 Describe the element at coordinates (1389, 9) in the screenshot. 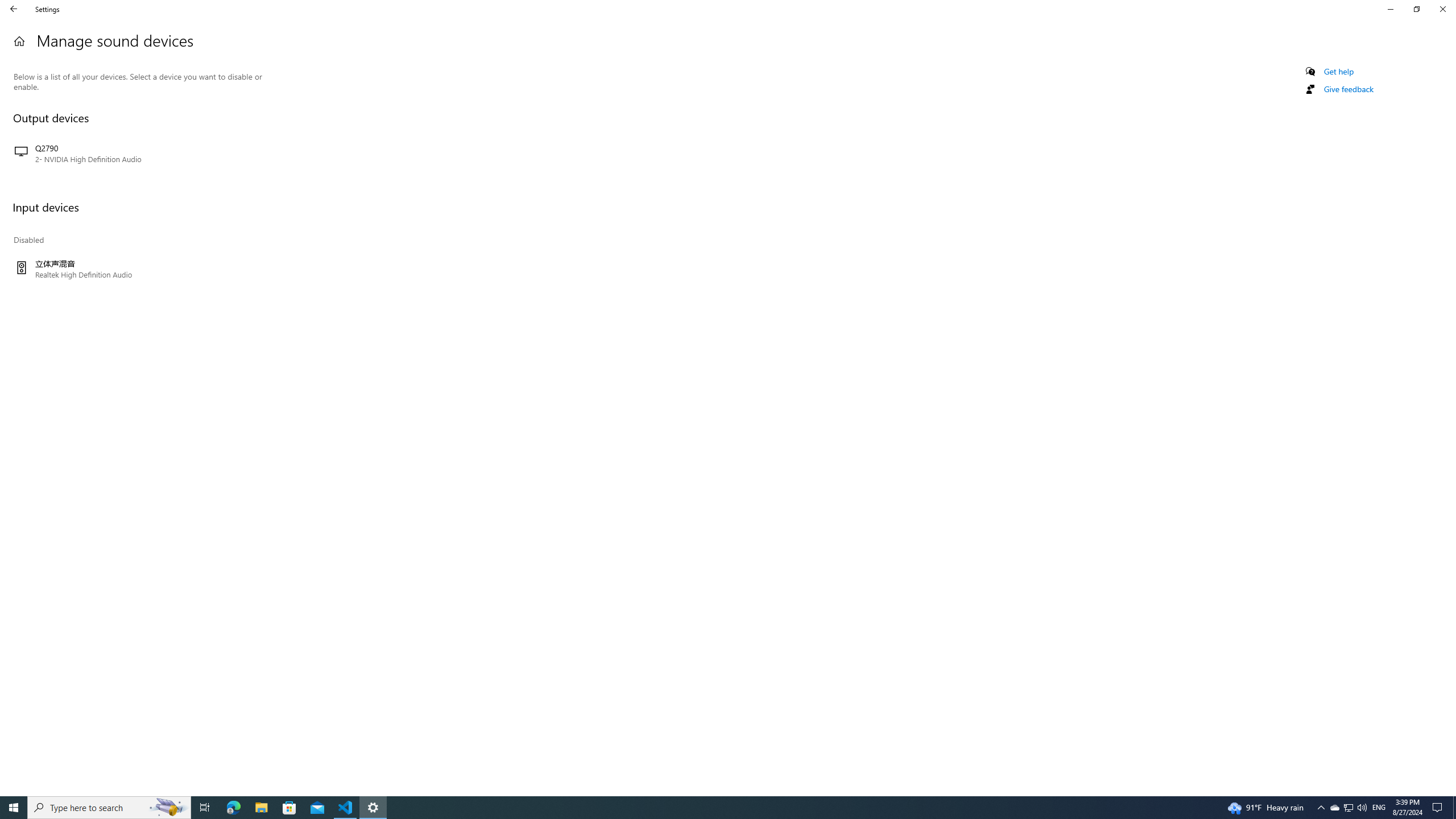

I see `'Minimize Settings'` at that location.